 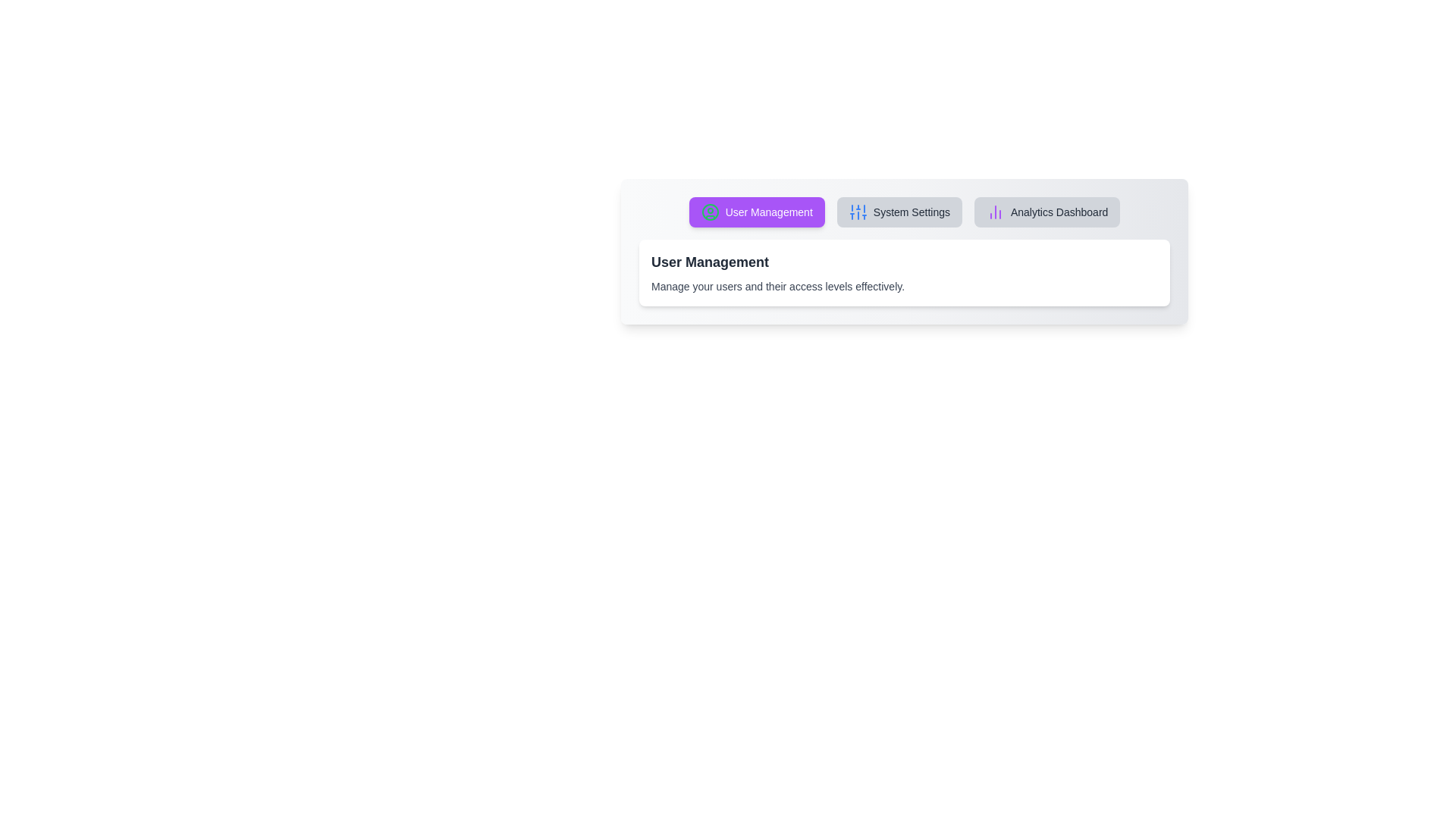 What do you see at coordinates (899, 212) in the screenshot?
I see `the System Settings tab in the ManagementPortal component` at bounding box center [899, 212].